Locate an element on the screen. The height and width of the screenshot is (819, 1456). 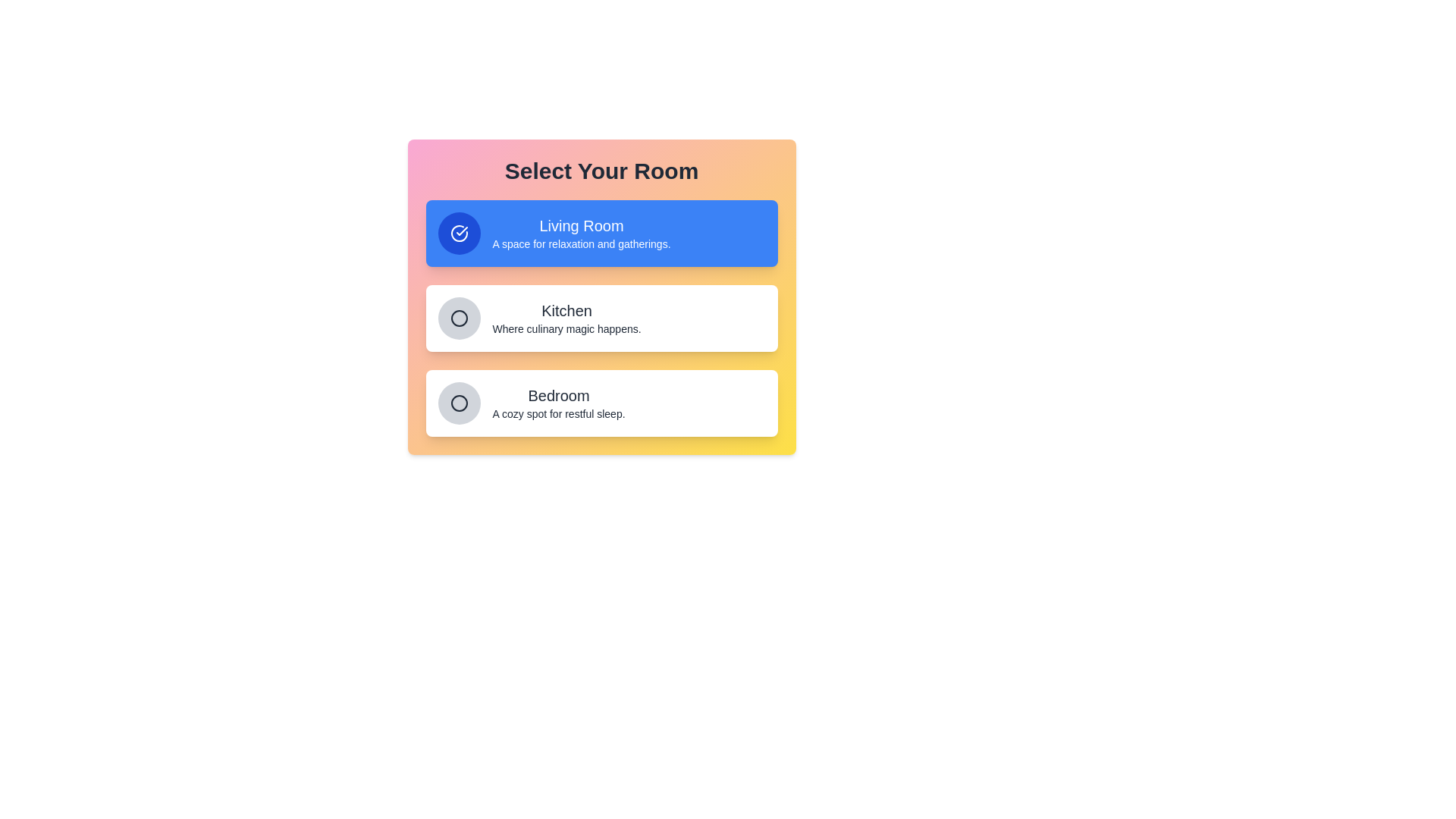
text label for 'Bedroom' which describes a selectable option above the description 'A cozy spot for restful sleep.' is located at coordinates (558, 394).